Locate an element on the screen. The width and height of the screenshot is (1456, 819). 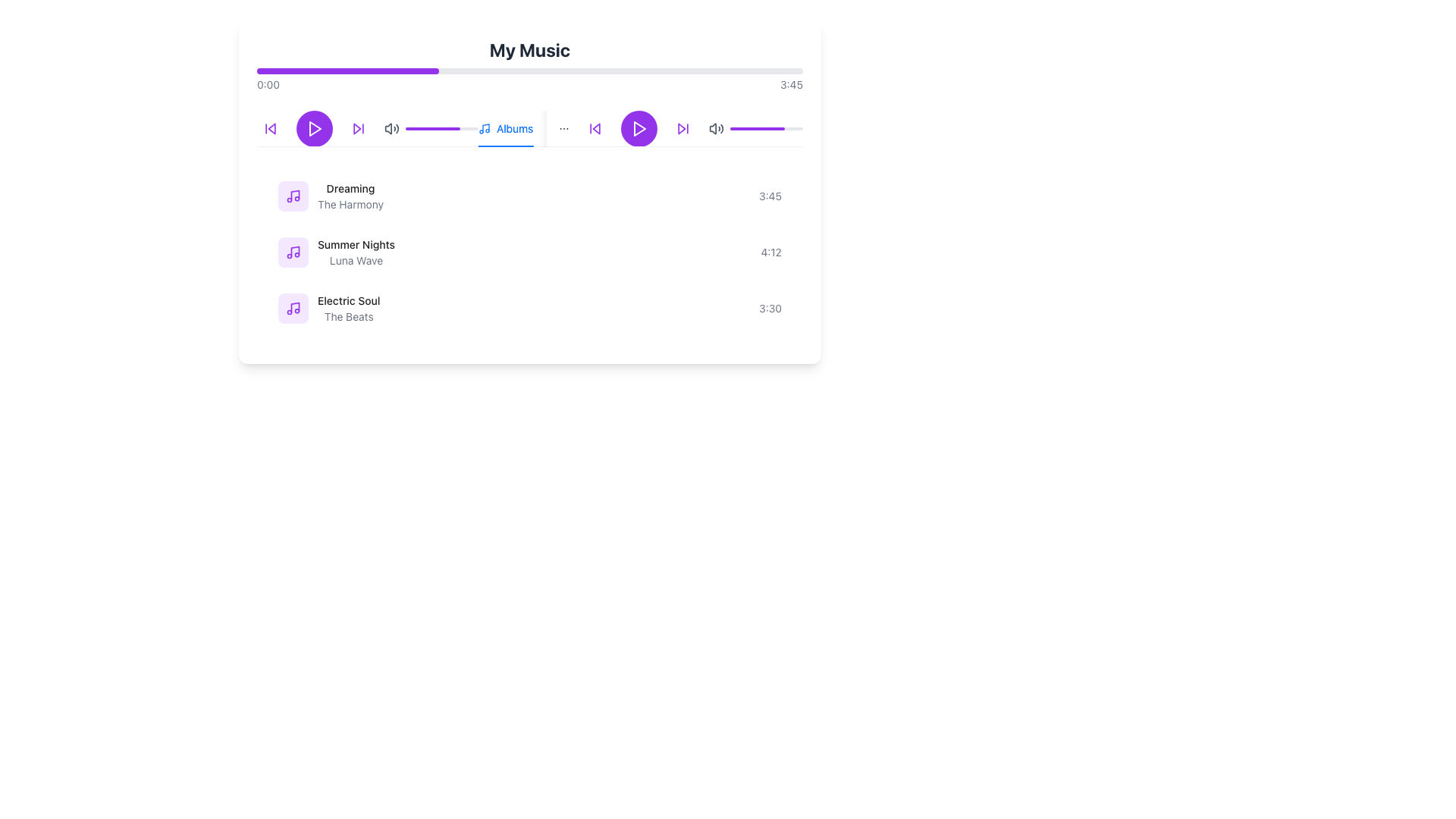
the play button located in the center of the control bar of the music player for visual feedback is located at coordinates (313, 127).